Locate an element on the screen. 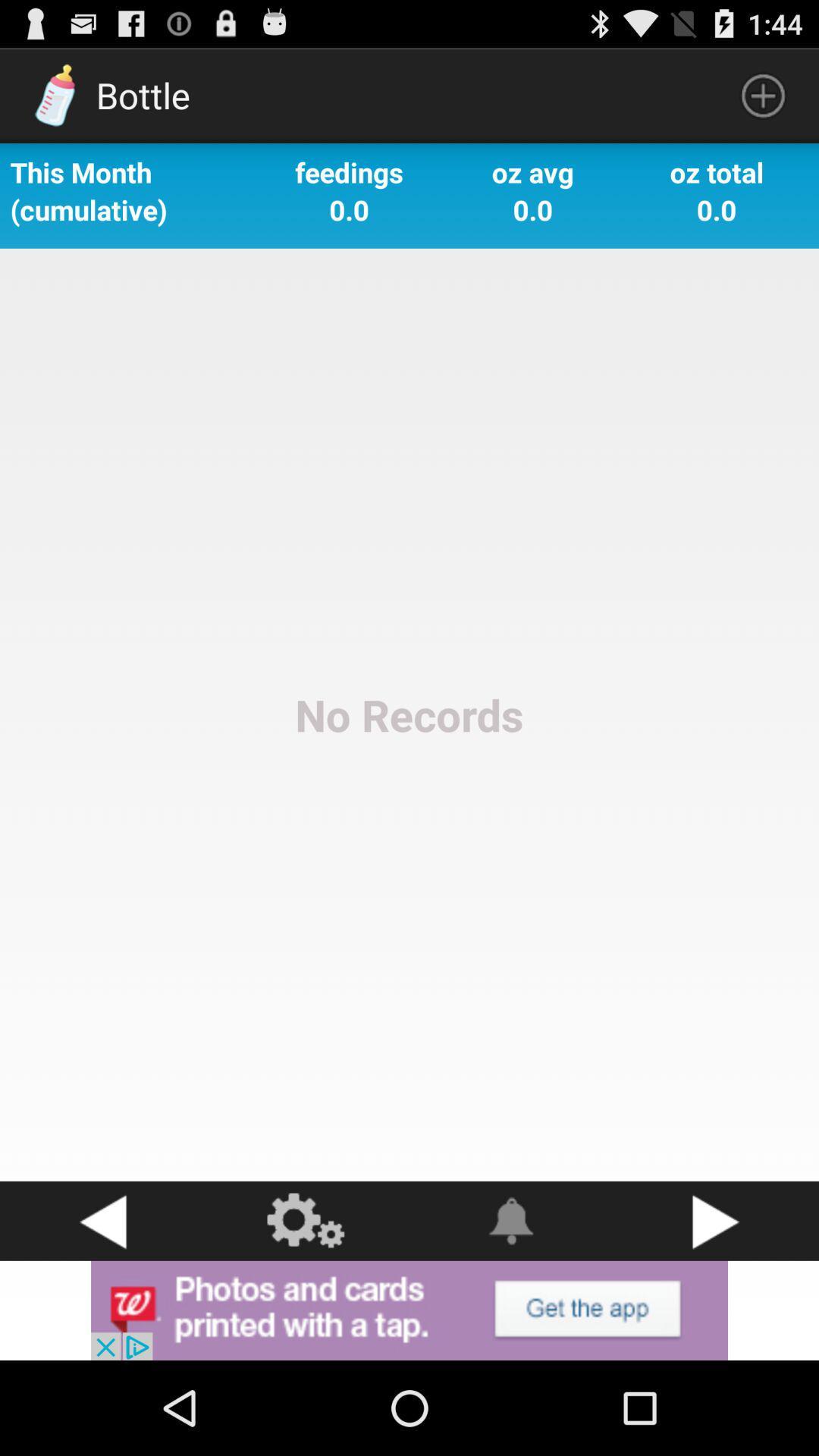  previous is located at coordinates (102, 1221).